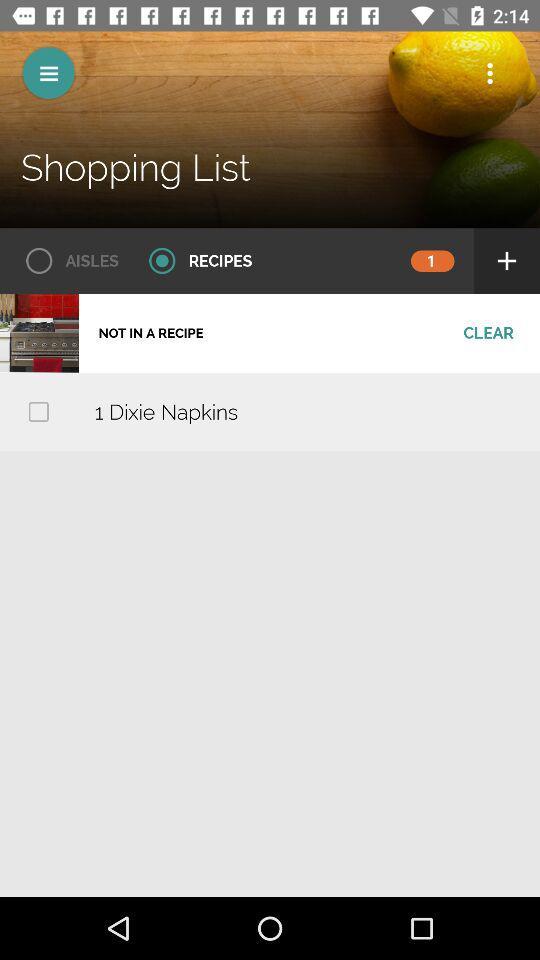  What do you see at coordinates (489, 73) in the screenshot?
I see `show more option` at bounding box center [489, 73].